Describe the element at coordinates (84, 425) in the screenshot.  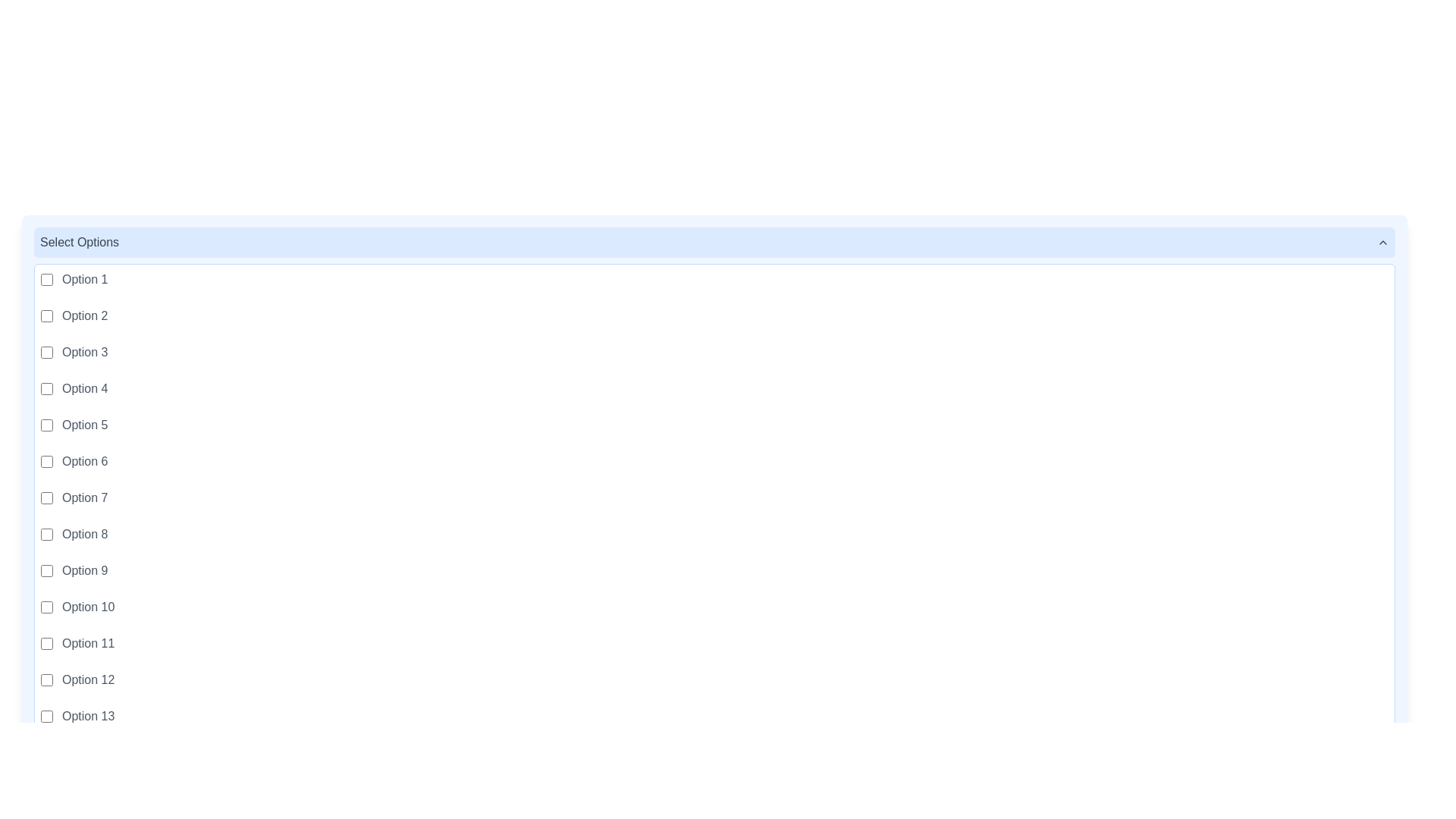
I see `the label associated with the checkbox labeled 'Option 5'` at that location.